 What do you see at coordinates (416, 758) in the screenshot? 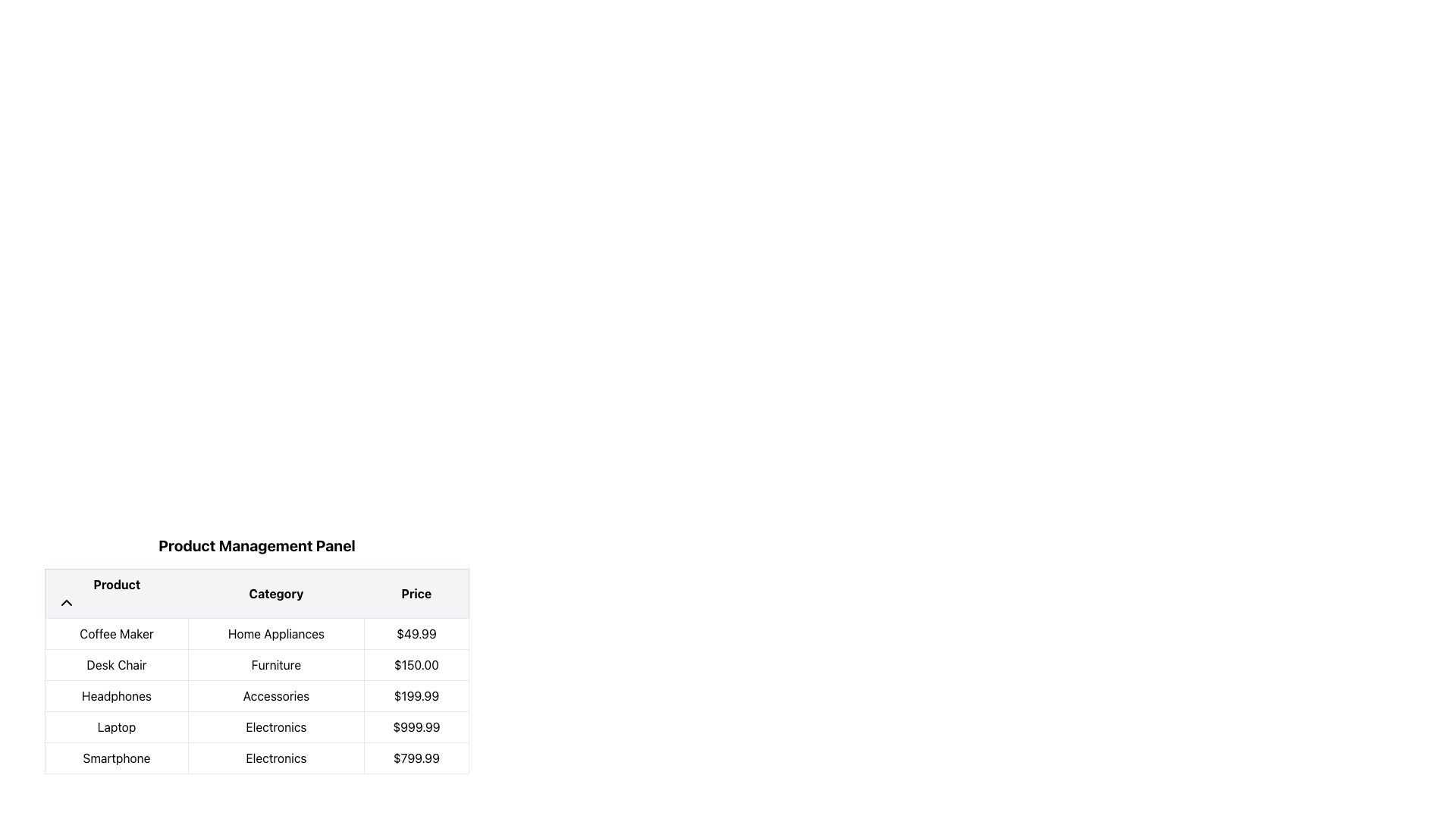
I see `the static text element that displays the price of the smartphone in the third column of the last row of the table` at bounding box center [416, 758].